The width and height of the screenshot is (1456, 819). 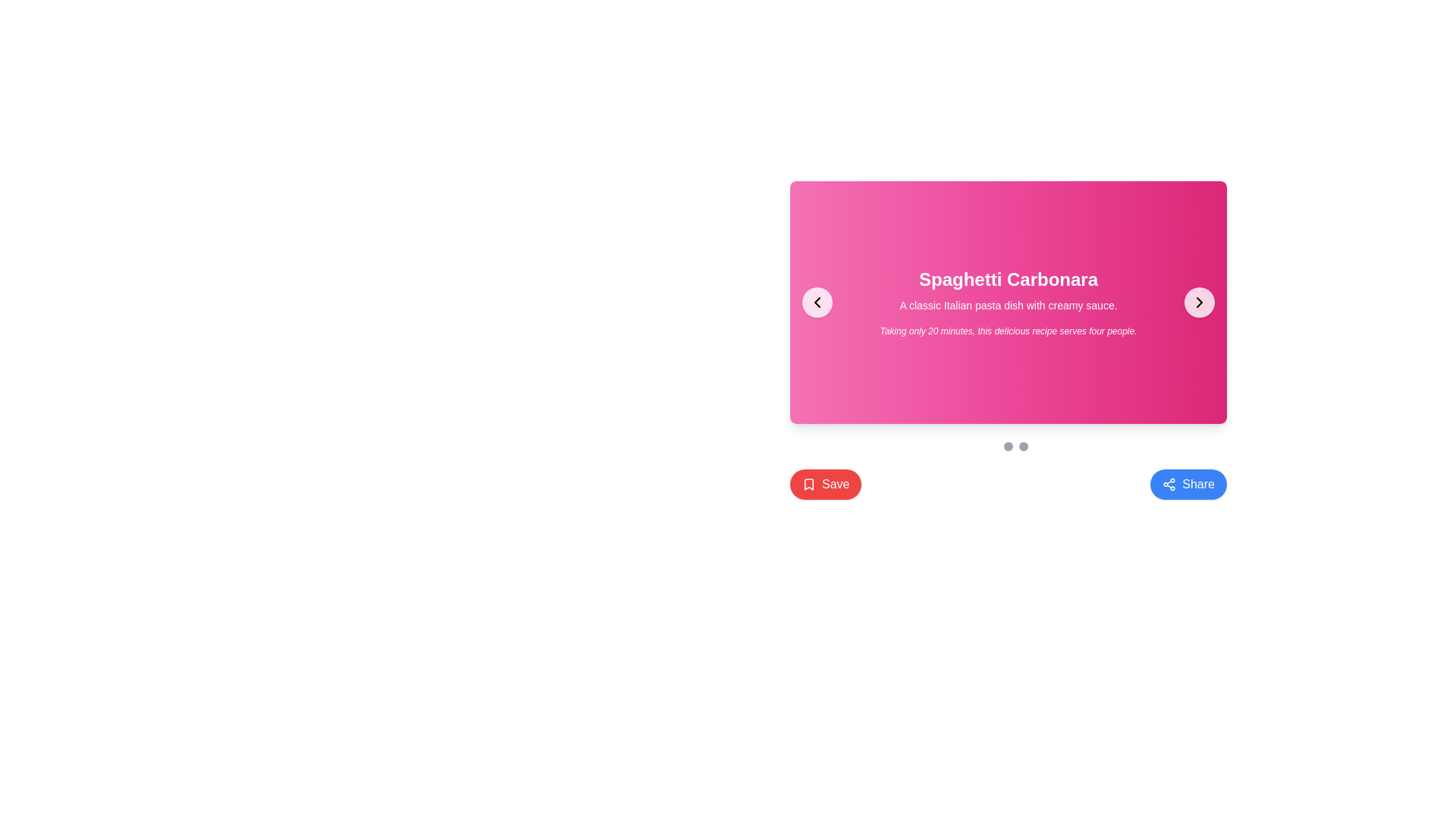 What do you see at coordinates (825, 485) in the screenshot?
I see `the red 'Save' button with a white bookmark icon by` at bounding box center [825, 485].